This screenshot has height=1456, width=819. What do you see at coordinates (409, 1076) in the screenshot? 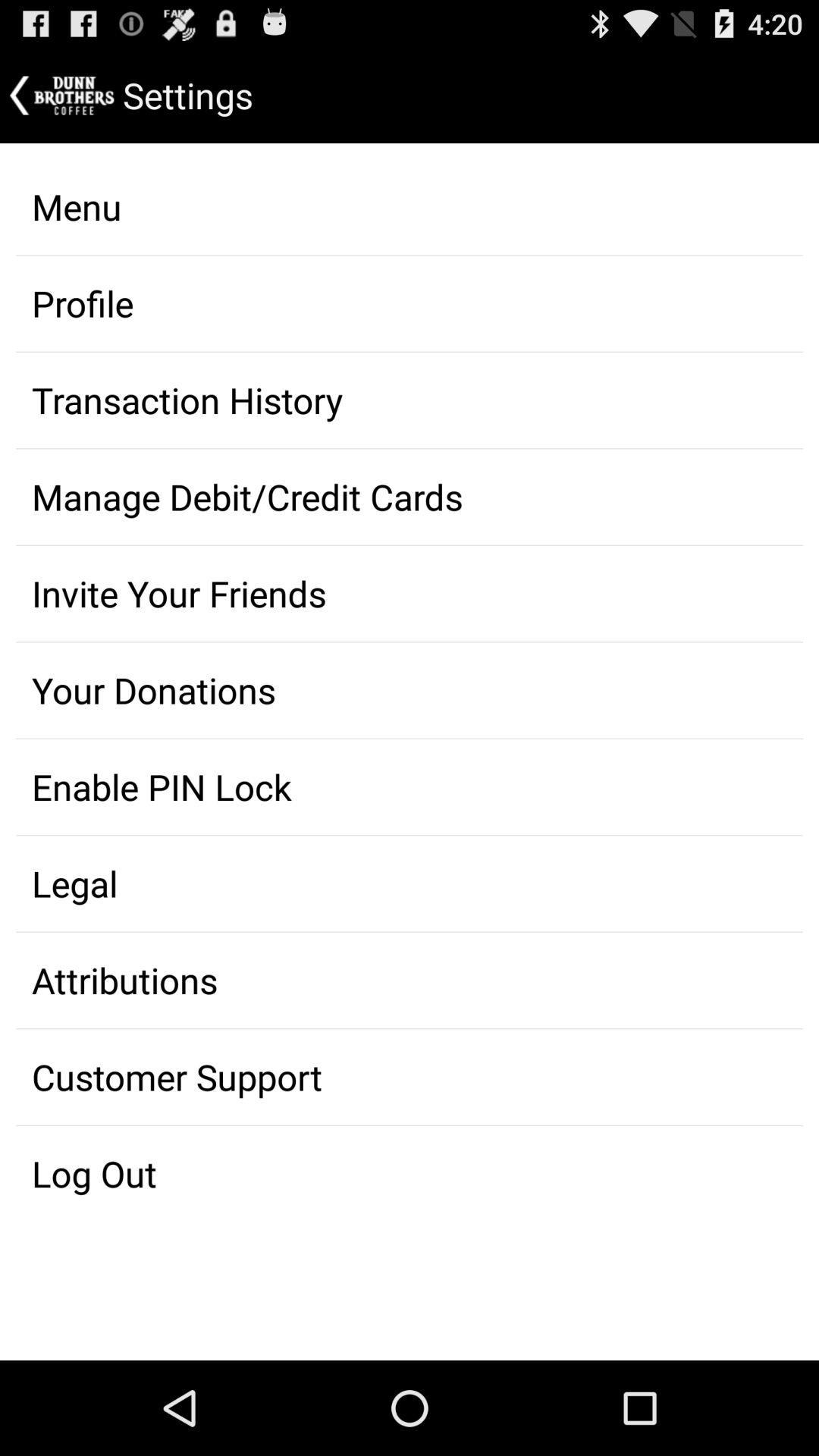
I see `the icon above the log out item` at bounding box center [409, 1076].